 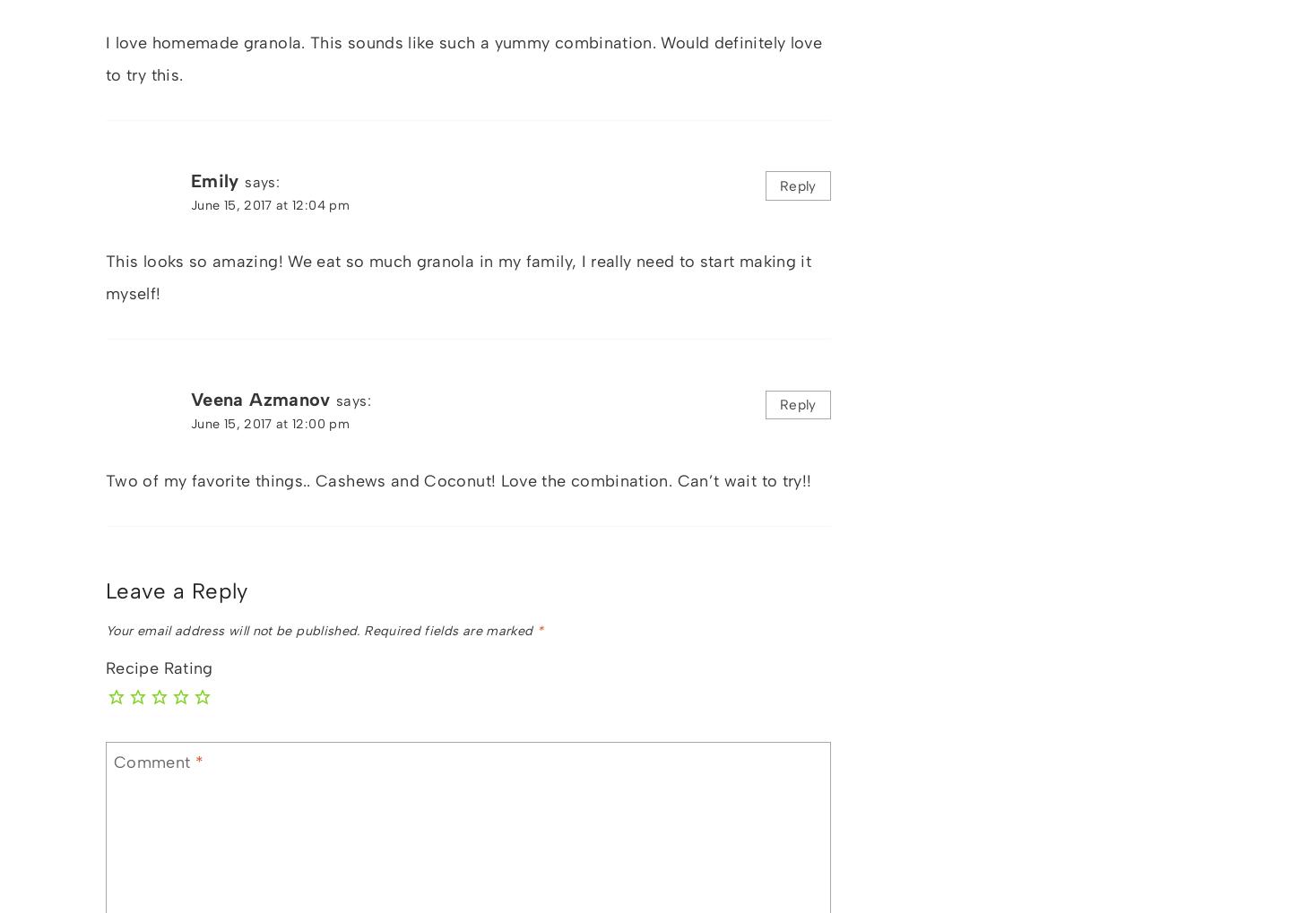 I want to click on 'This looks so amazing! We eat so much granola in my family, I really need to start making it myself!', so click(x=457, y=276).